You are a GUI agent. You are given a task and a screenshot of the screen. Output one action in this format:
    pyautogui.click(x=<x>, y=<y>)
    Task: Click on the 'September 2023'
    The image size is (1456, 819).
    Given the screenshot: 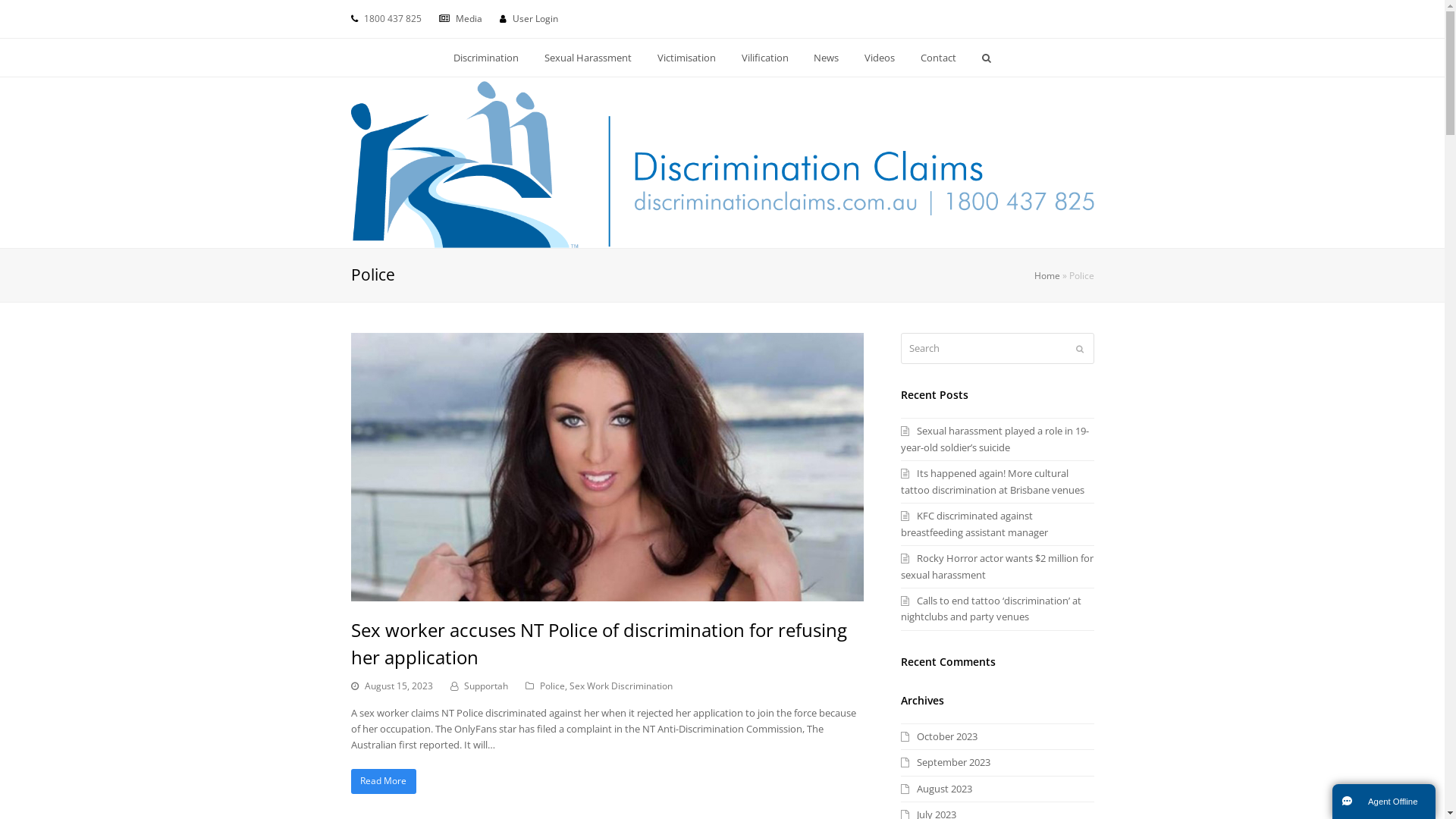 What is the action you would take?
    pyautogui.click(x=945, y=762)
    